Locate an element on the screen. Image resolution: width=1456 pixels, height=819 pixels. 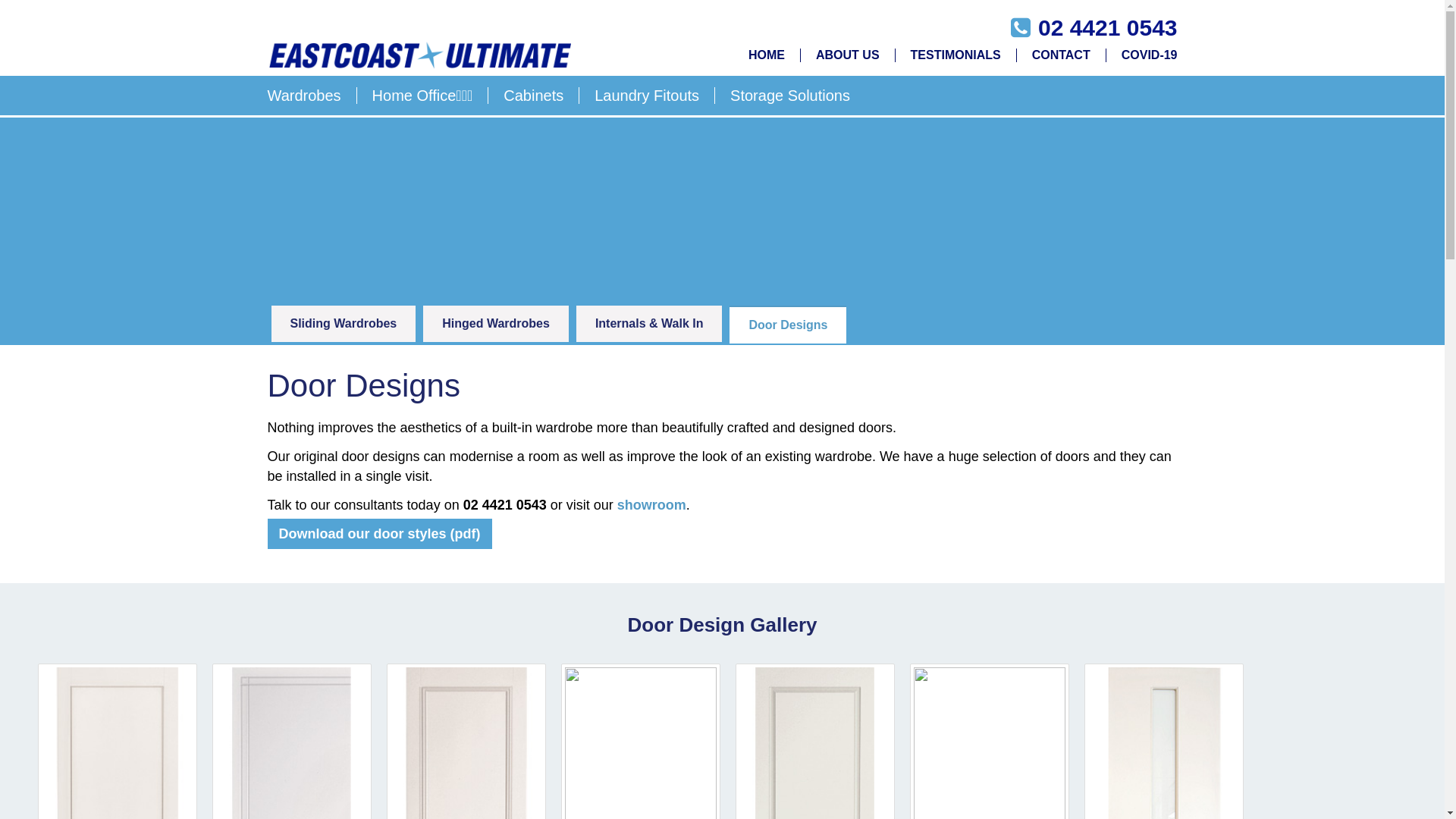
'Storage Solutions' is located at coordinates (783, 96).